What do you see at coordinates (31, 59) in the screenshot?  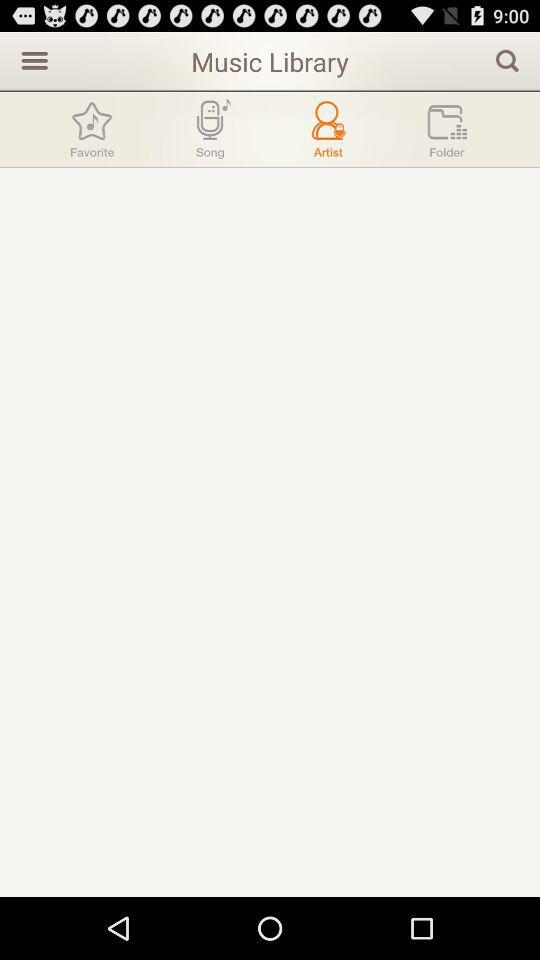 I see `settings` at bounding box center [31, 59].